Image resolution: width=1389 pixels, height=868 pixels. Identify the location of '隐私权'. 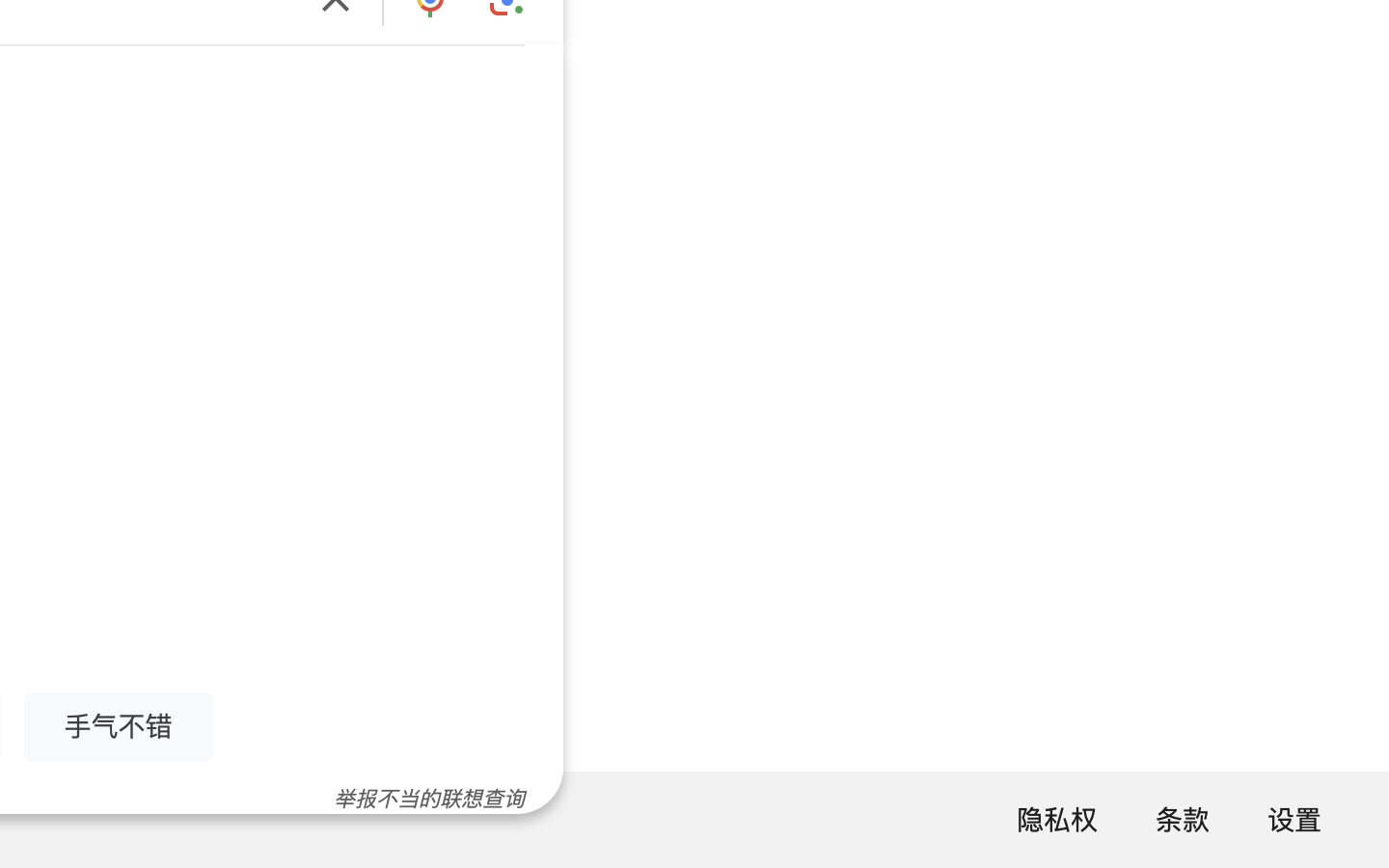
(1055, 819).